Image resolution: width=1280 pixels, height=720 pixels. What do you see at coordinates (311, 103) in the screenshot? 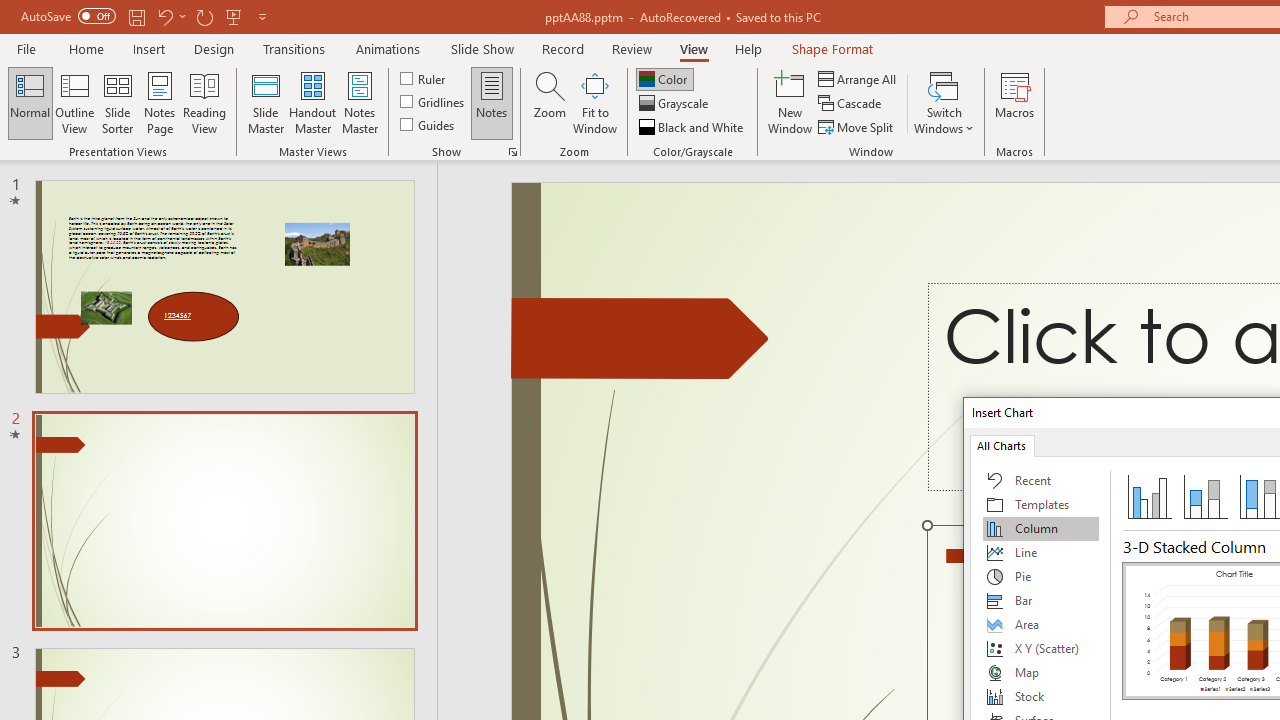
I see `'Handout Master'` at bounding box center [311, 103].